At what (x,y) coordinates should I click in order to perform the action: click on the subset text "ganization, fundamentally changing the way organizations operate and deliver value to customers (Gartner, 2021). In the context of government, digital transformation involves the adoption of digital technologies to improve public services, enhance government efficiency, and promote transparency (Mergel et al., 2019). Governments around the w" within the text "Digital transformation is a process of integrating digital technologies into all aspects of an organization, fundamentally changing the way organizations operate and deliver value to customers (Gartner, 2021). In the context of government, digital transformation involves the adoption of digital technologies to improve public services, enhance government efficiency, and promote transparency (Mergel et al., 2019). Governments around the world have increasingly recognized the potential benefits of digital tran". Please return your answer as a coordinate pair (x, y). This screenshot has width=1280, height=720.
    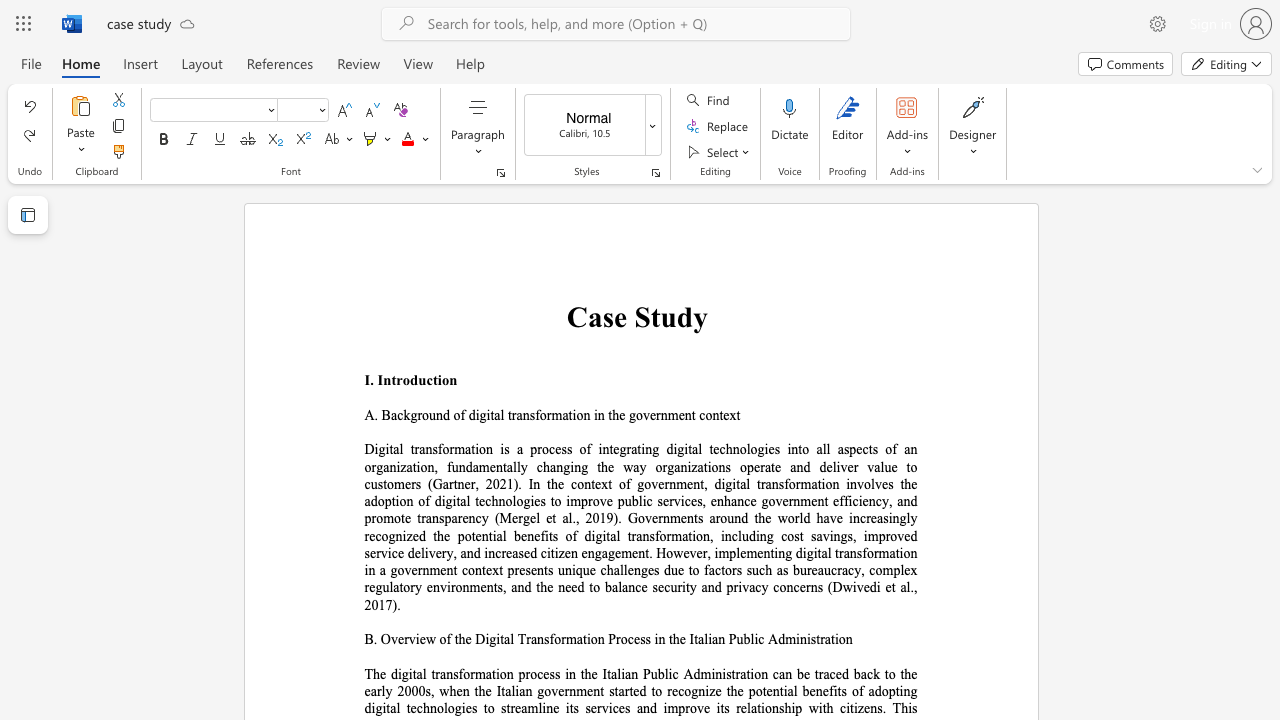
    Looking at the image, I should click on (376, 467).